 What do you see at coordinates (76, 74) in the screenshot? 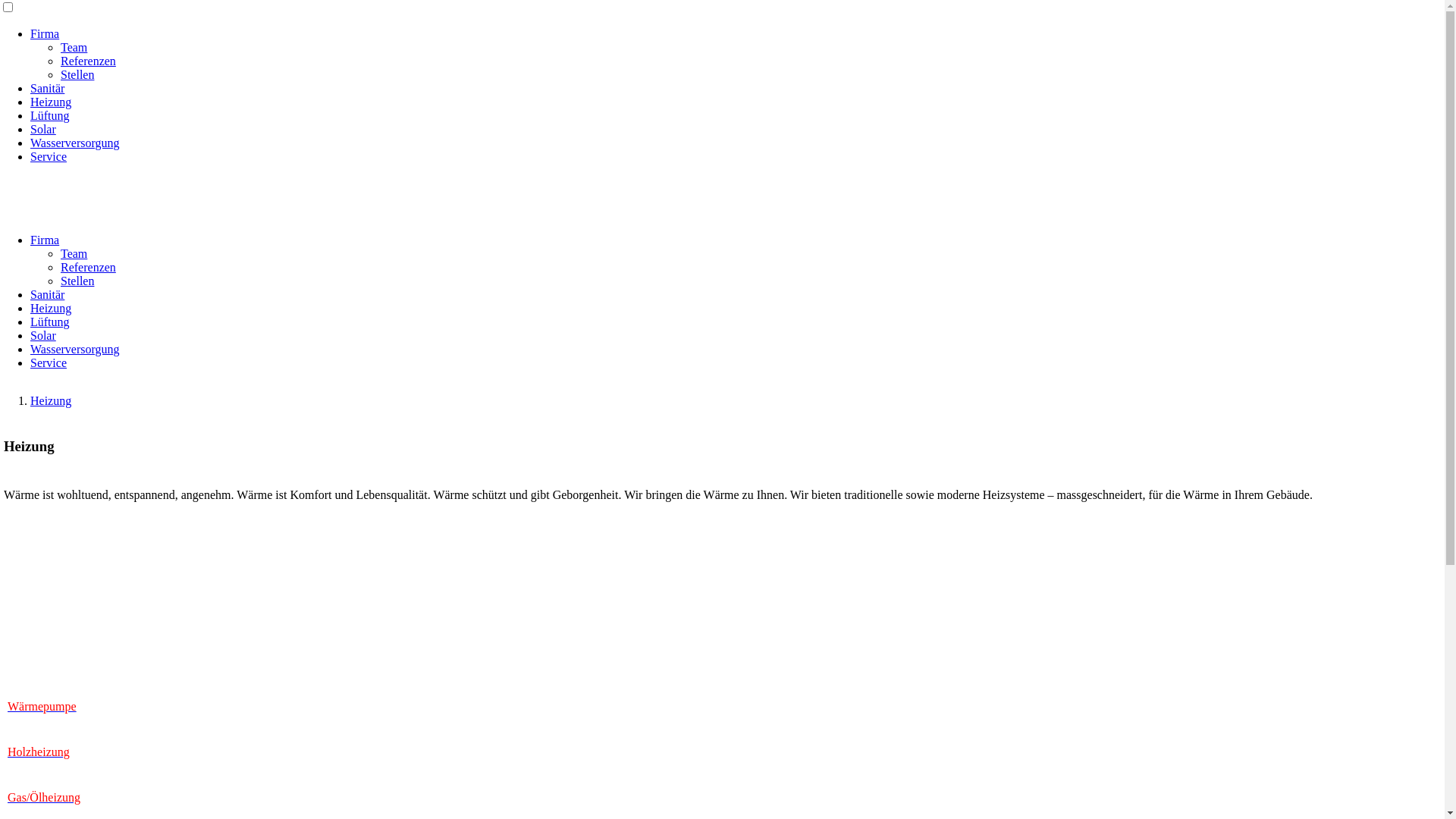
I see `'Stellen'` at bounding box center [76, 74].